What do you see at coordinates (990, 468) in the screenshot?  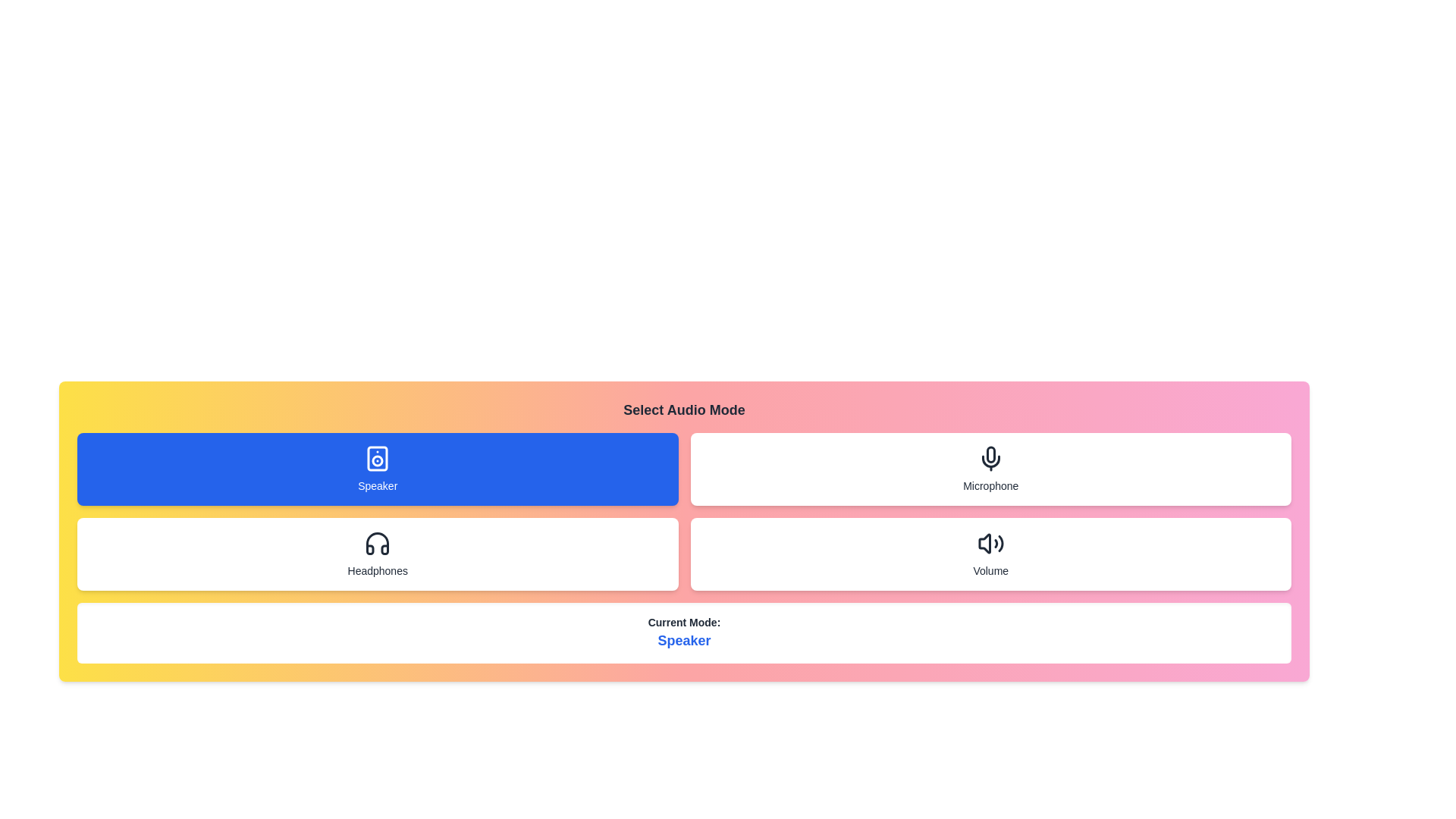 I see `the audio mode to Microphone` at bounding box center [990, 468].